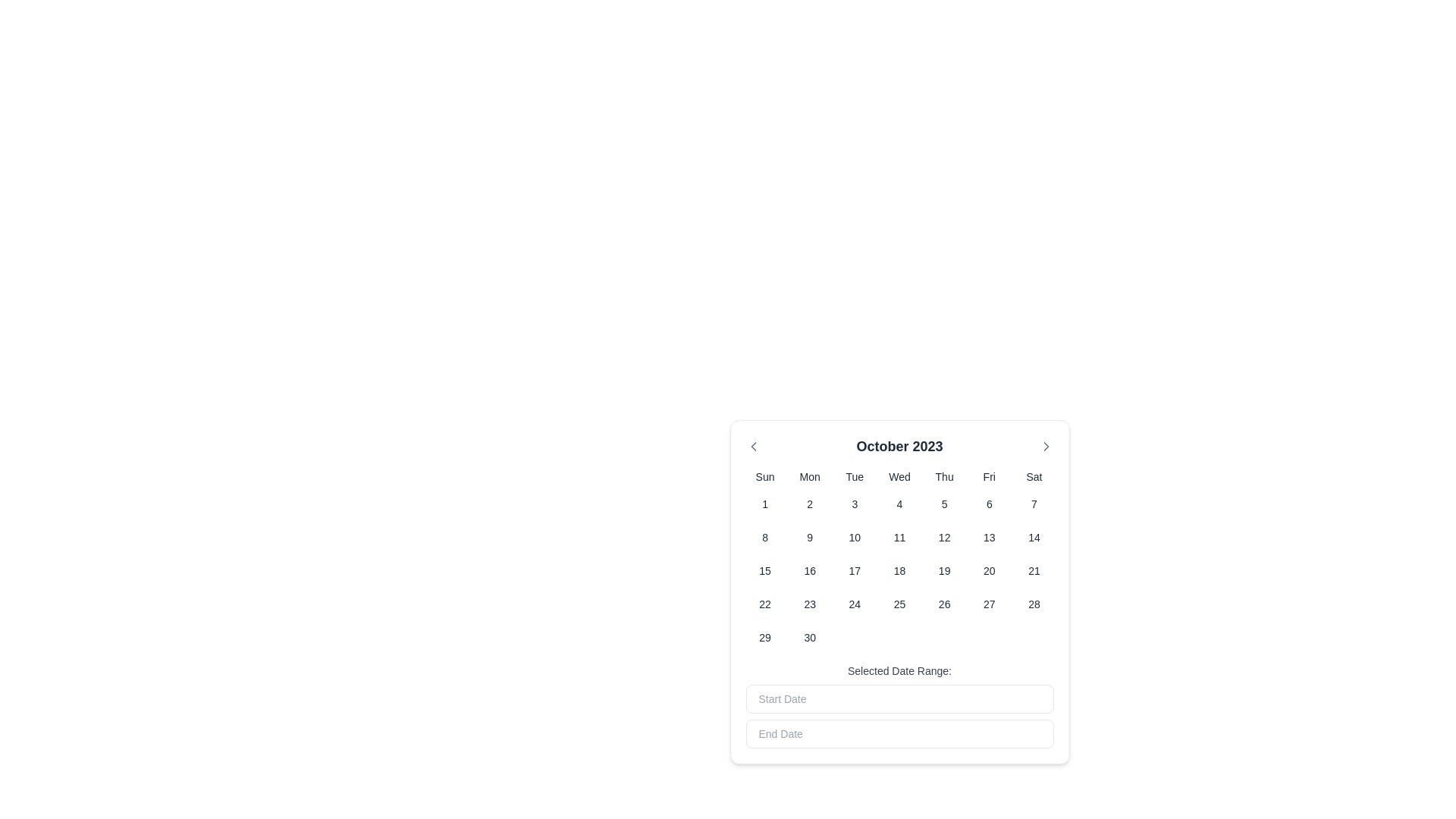  I want to click on the text label 'Tue' which is the third weekday label in the calendar header, positioned between 'Mon' and 'Wed', so click(855, 475).